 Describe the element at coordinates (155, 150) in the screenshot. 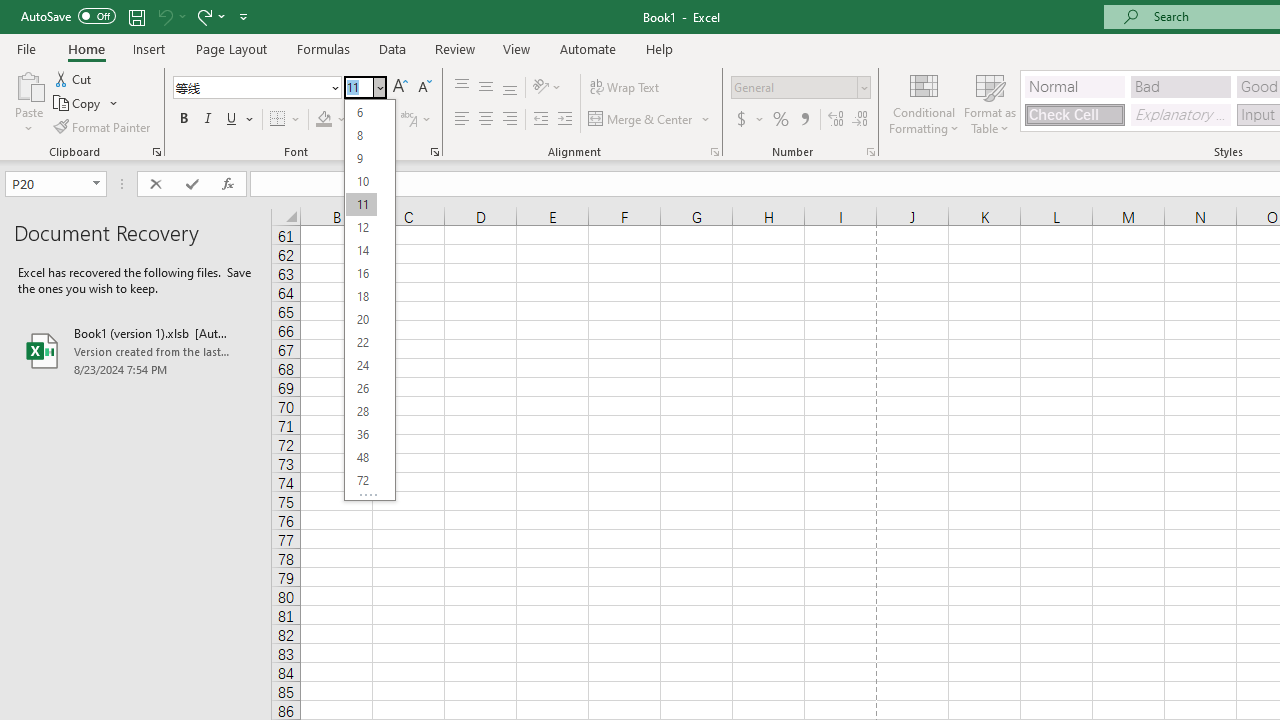

I see `'Office Clipboard...'` at that location.